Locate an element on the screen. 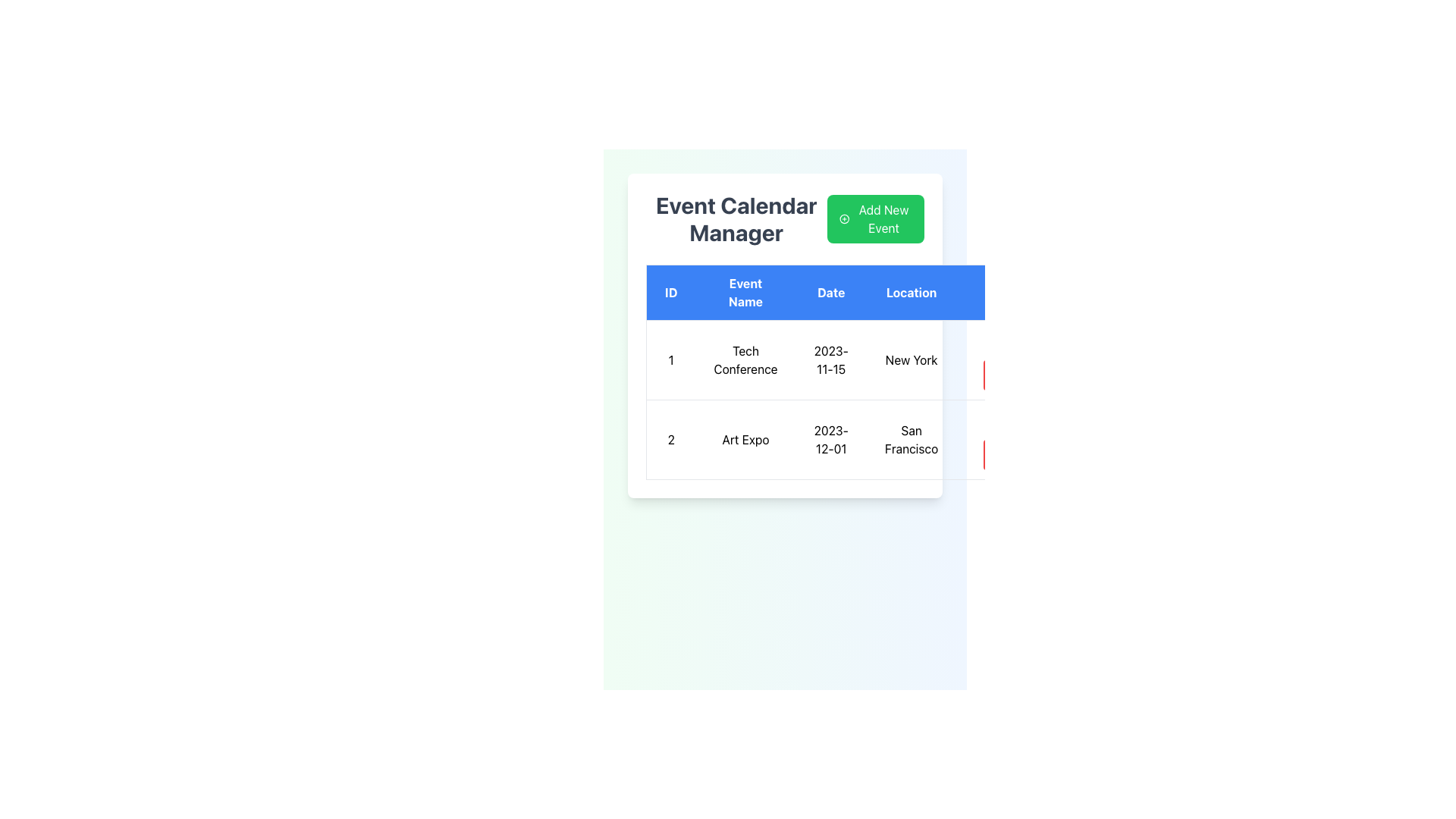 This screenshot has width=1456, height=819. Table Header Cell that indicates the column for dates, located between 'Event Name' and 'Location' in the header row of the table is located at coordinates (830, 292).